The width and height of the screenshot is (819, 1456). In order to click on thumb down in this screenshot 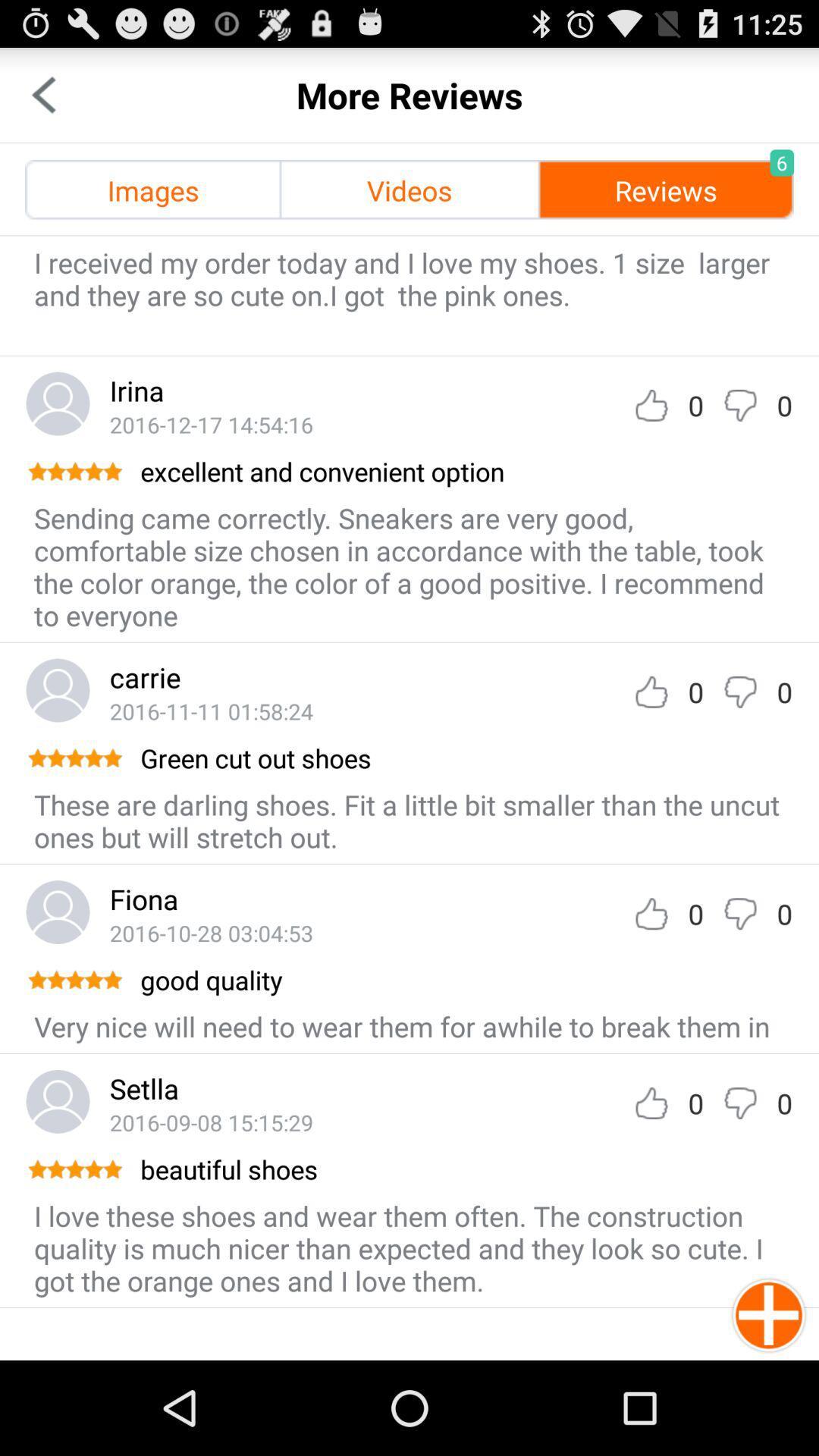, I will do `click(739, 405)`.